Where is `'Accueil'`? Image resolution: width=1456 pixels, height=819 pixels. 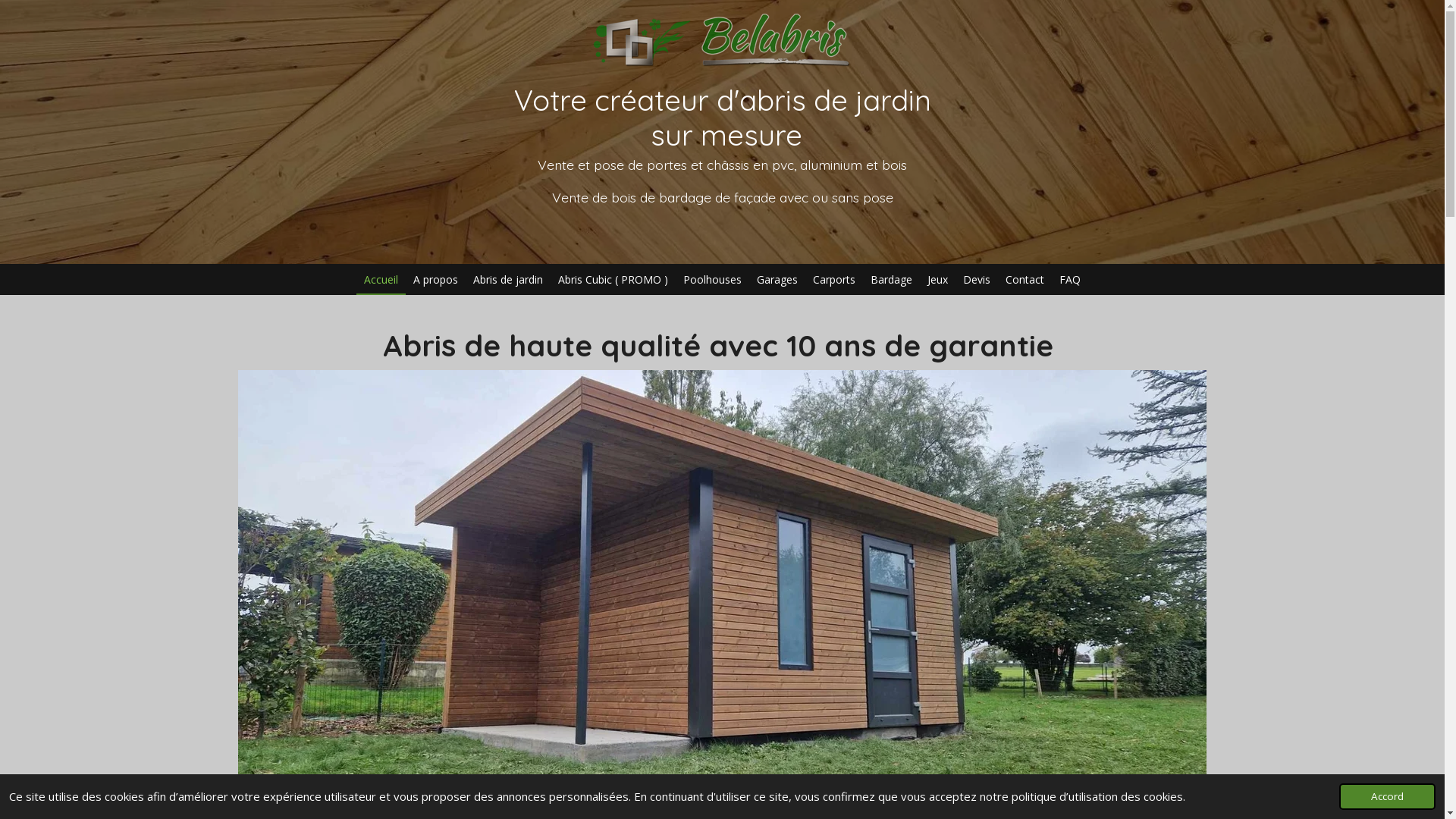
'Accueil' is located at coordinates (381, 279).